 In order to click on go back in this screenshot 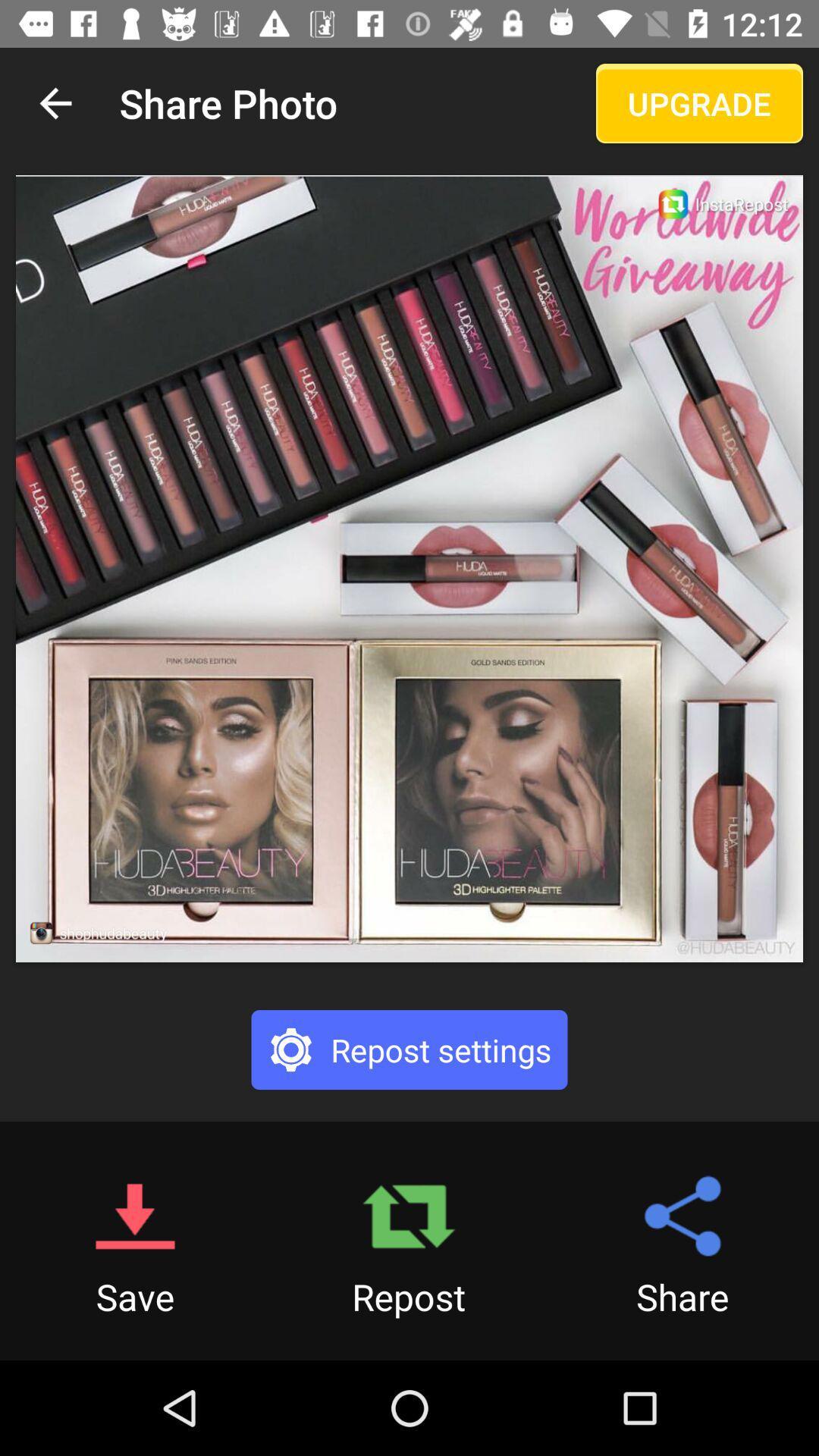, I will do `click(55, 102)`.